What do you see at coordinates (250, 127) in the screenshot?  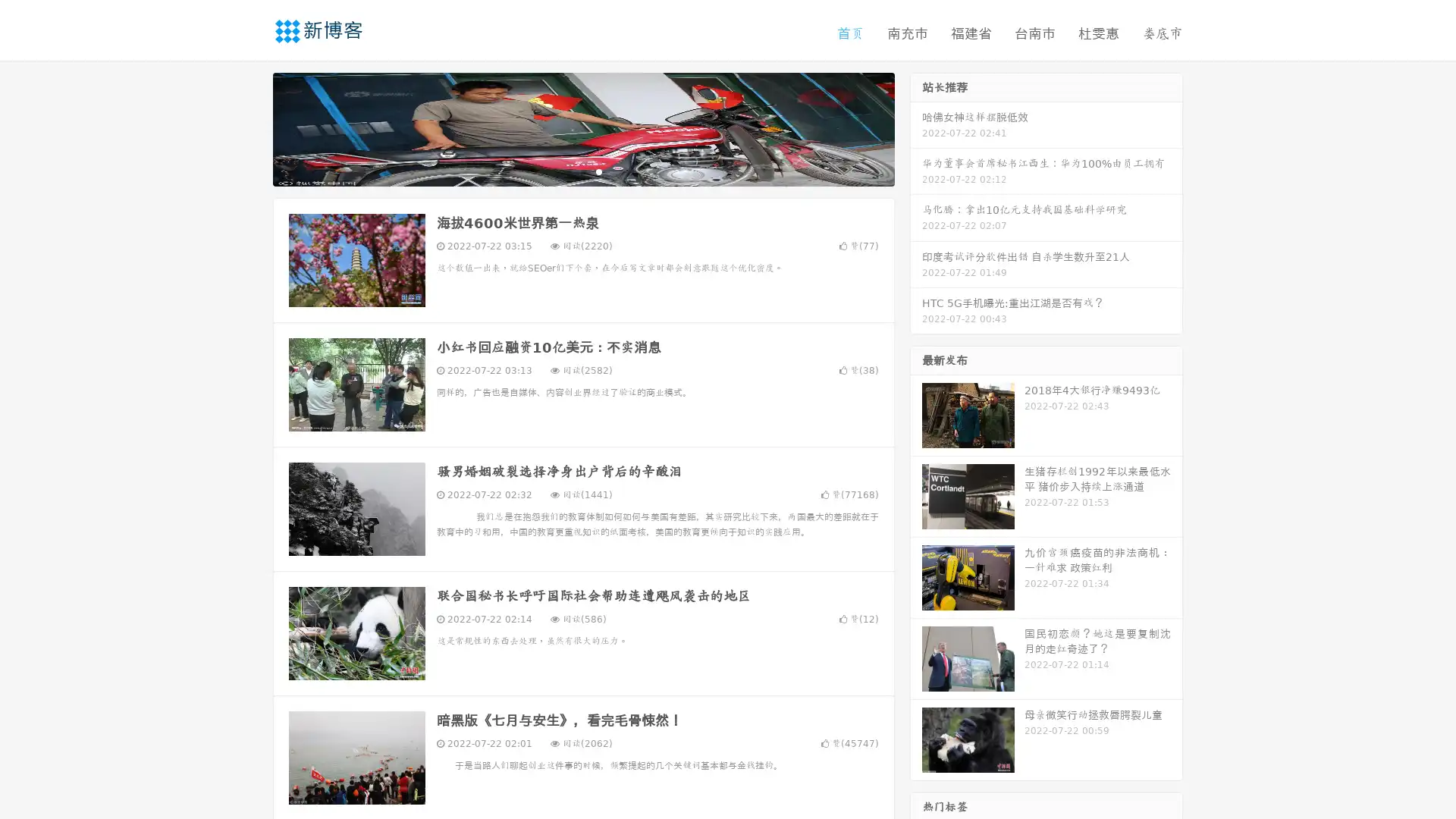 I see `Previous slide` at bounding box center [250, 127].